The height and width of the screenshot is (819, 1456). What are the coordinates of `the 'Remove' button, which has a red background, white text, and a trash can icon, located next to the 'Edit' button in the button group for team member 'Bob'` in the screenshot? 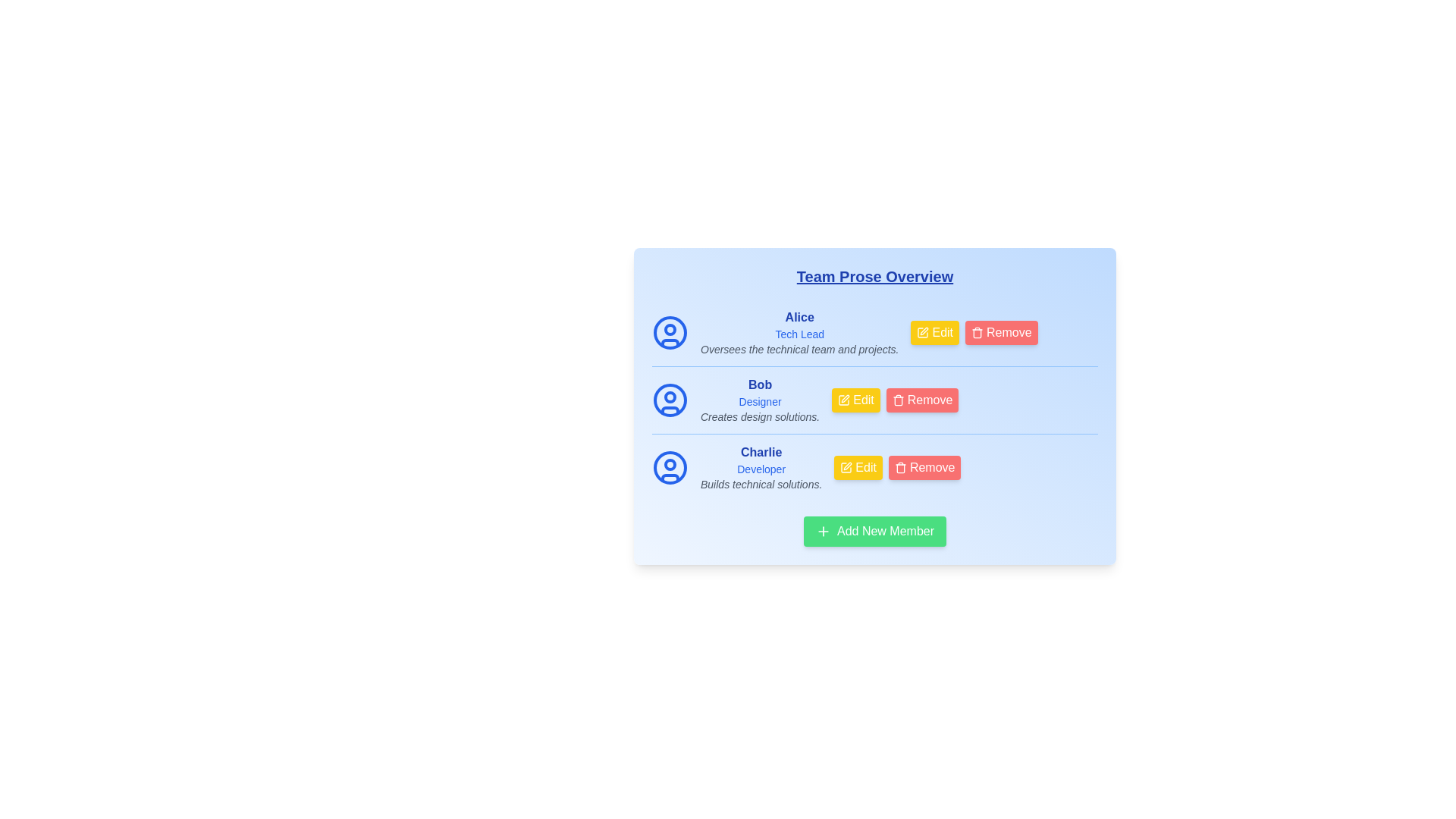 It's located at (921, 400).